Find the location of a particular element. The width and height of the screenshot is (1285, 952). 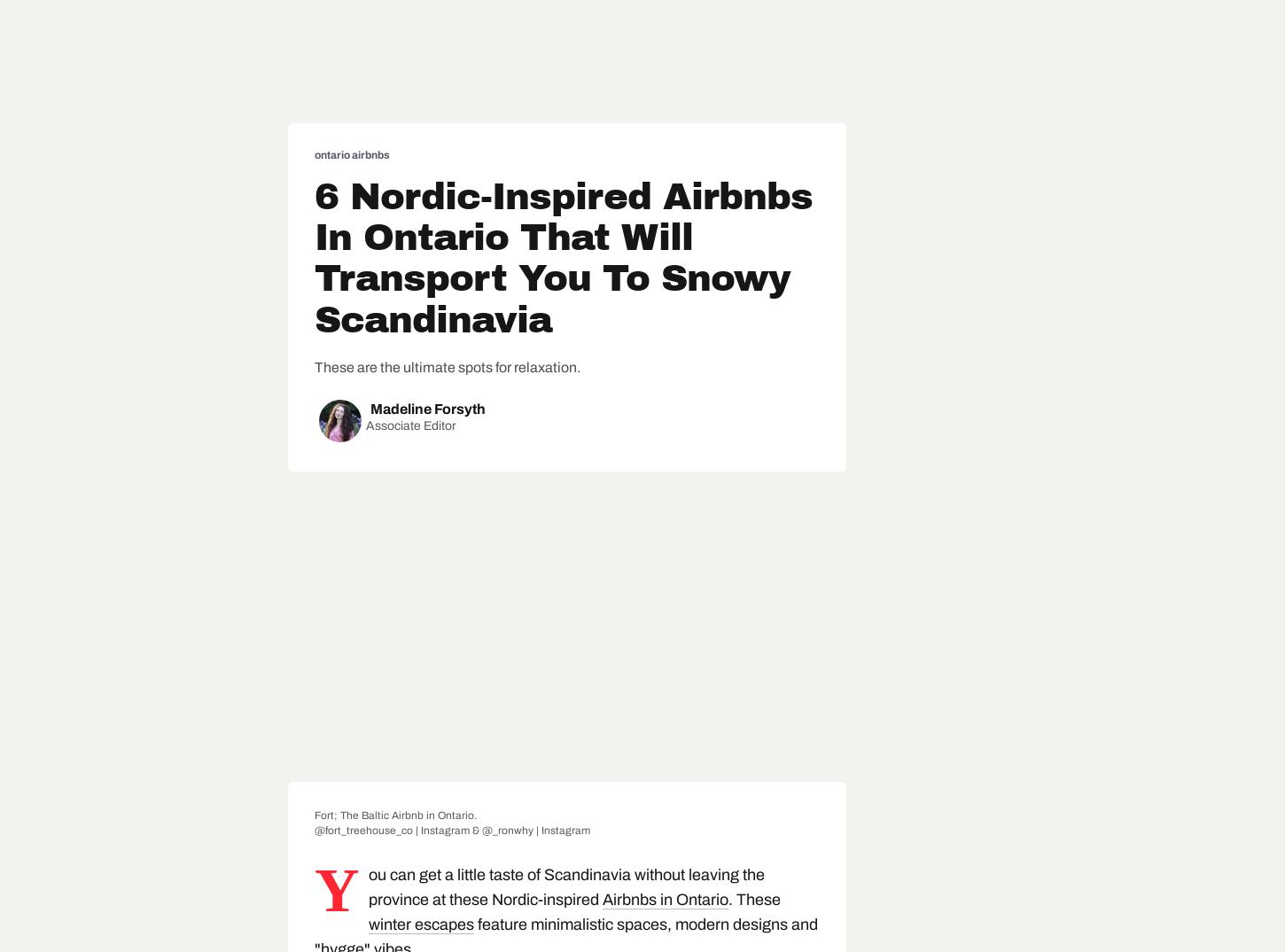

'Fort; The Baltic Airbnb in Ontario.' is located at coordinates (394, 815).